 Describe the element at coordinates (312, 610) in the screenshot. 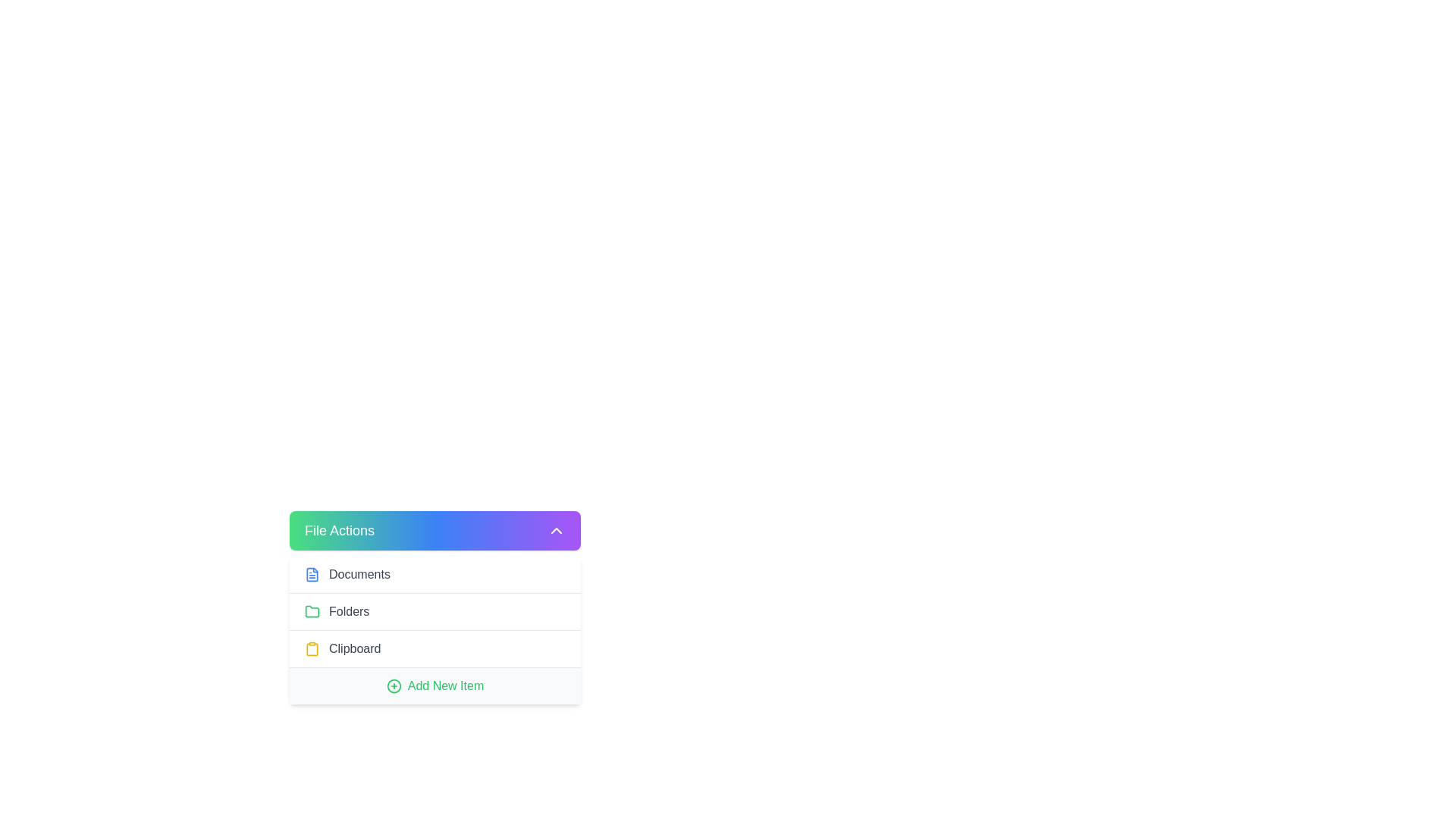

I see `the green folder icon located in the 'Folders' section of the menu, next to the text label 'Folders'` at that location.